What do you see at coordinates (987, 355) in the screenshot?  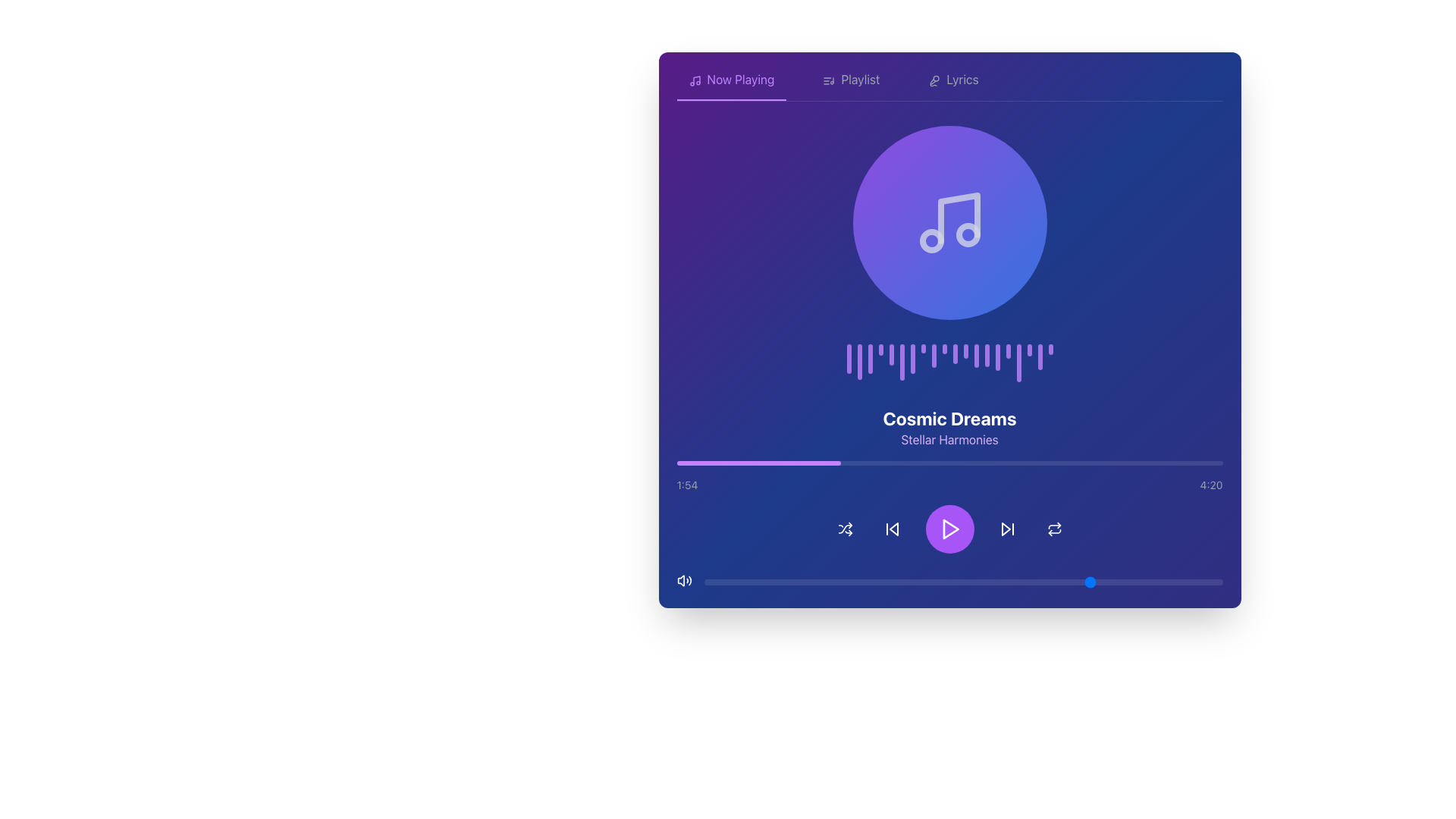 I see `the 14th decorative bar element in the waveform display, which is part of a sequence of 20 bars arranged horizontally` at bounding box center [987, 355].